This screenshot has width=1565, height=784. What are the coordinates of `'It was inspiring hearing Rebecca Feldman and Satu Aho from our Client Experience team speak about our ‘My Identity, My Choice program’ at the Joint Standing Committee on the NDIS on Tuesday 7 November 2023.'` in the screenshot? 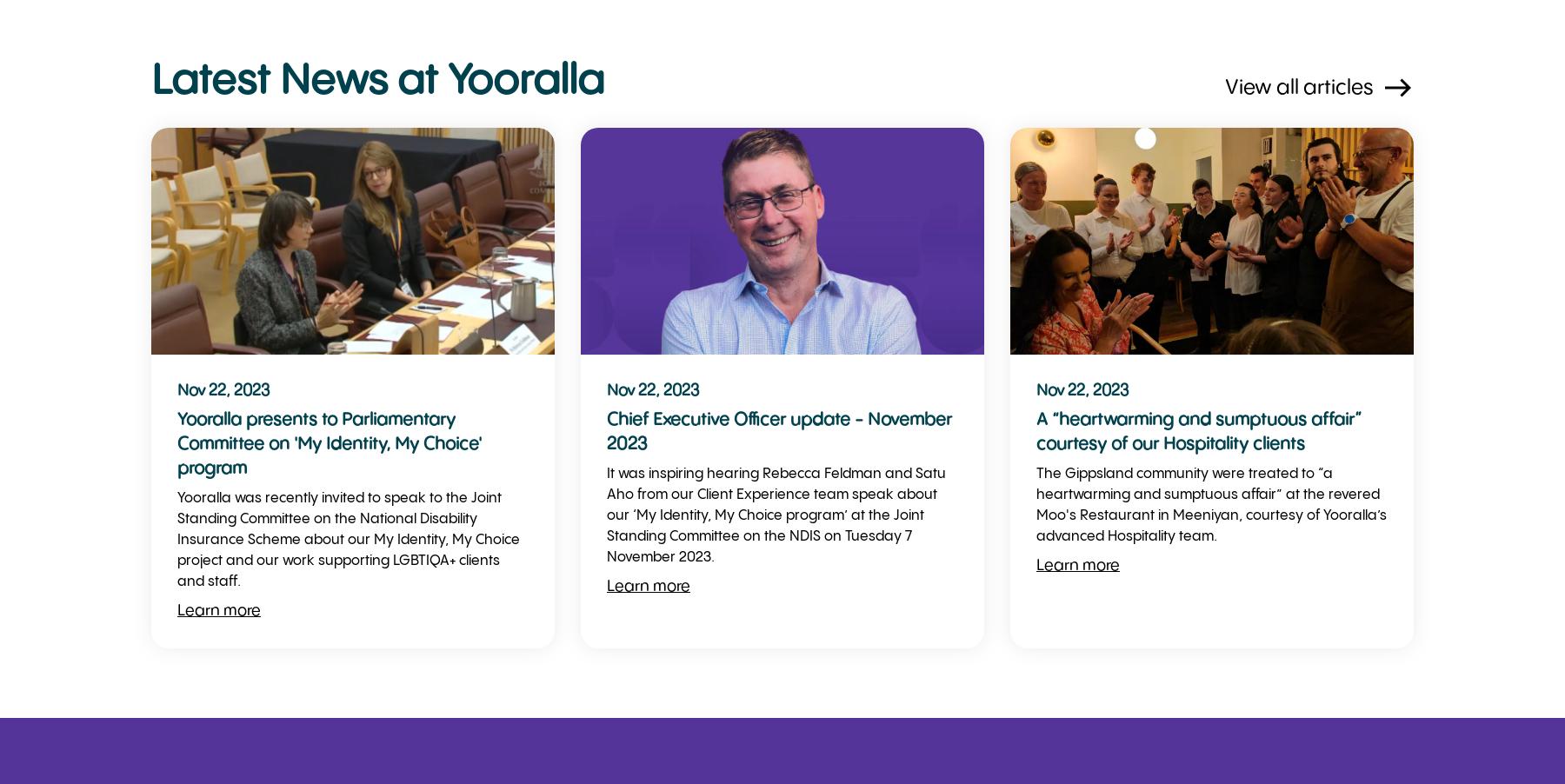 It's located at (776, 515).